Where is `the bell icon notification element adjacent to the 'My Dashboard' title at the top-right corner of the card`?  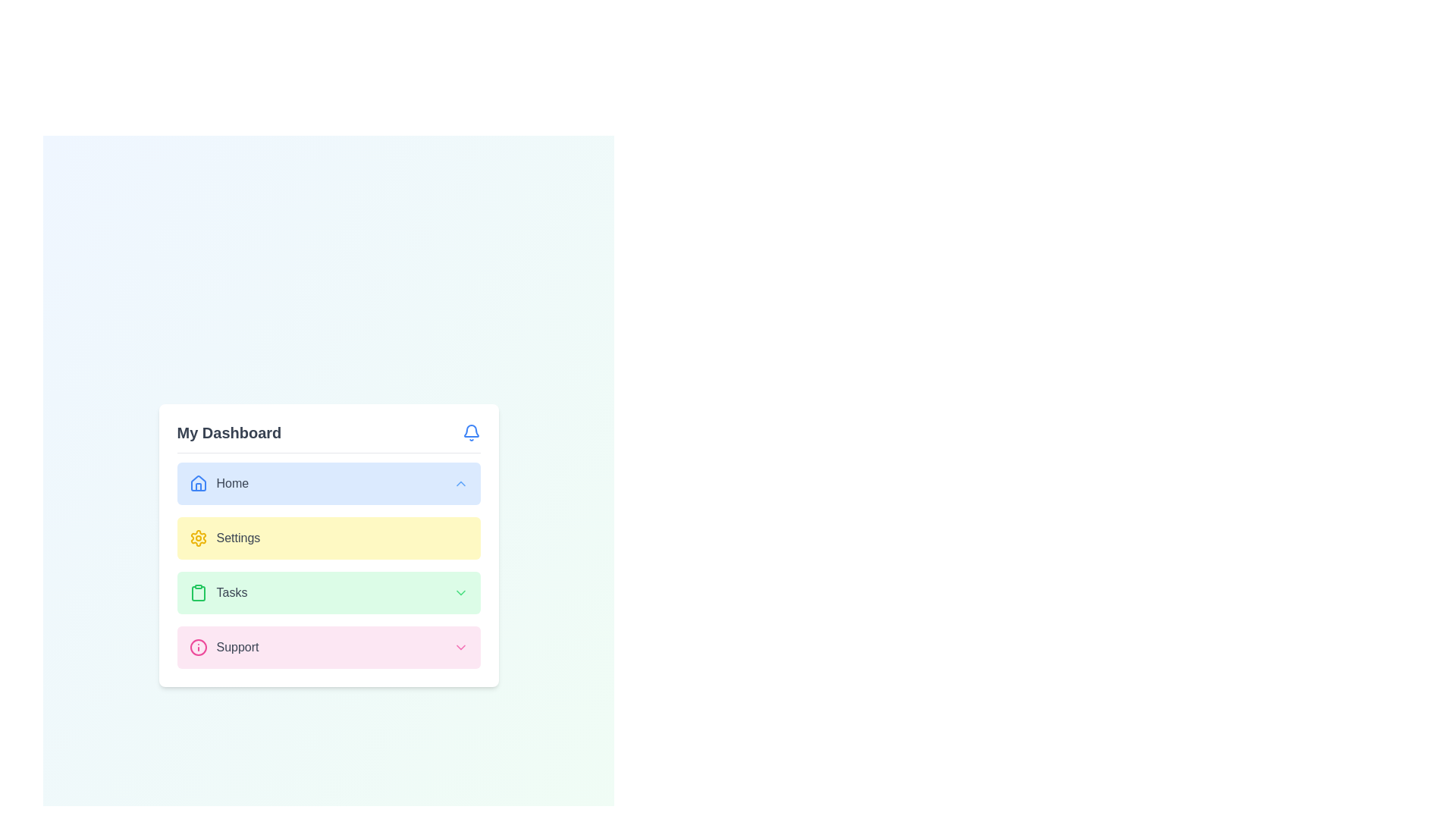
the bell icon notification element adjacent to the 'My Dashboard' title at the top-right corner of the card is located at coordinates (470, 430).